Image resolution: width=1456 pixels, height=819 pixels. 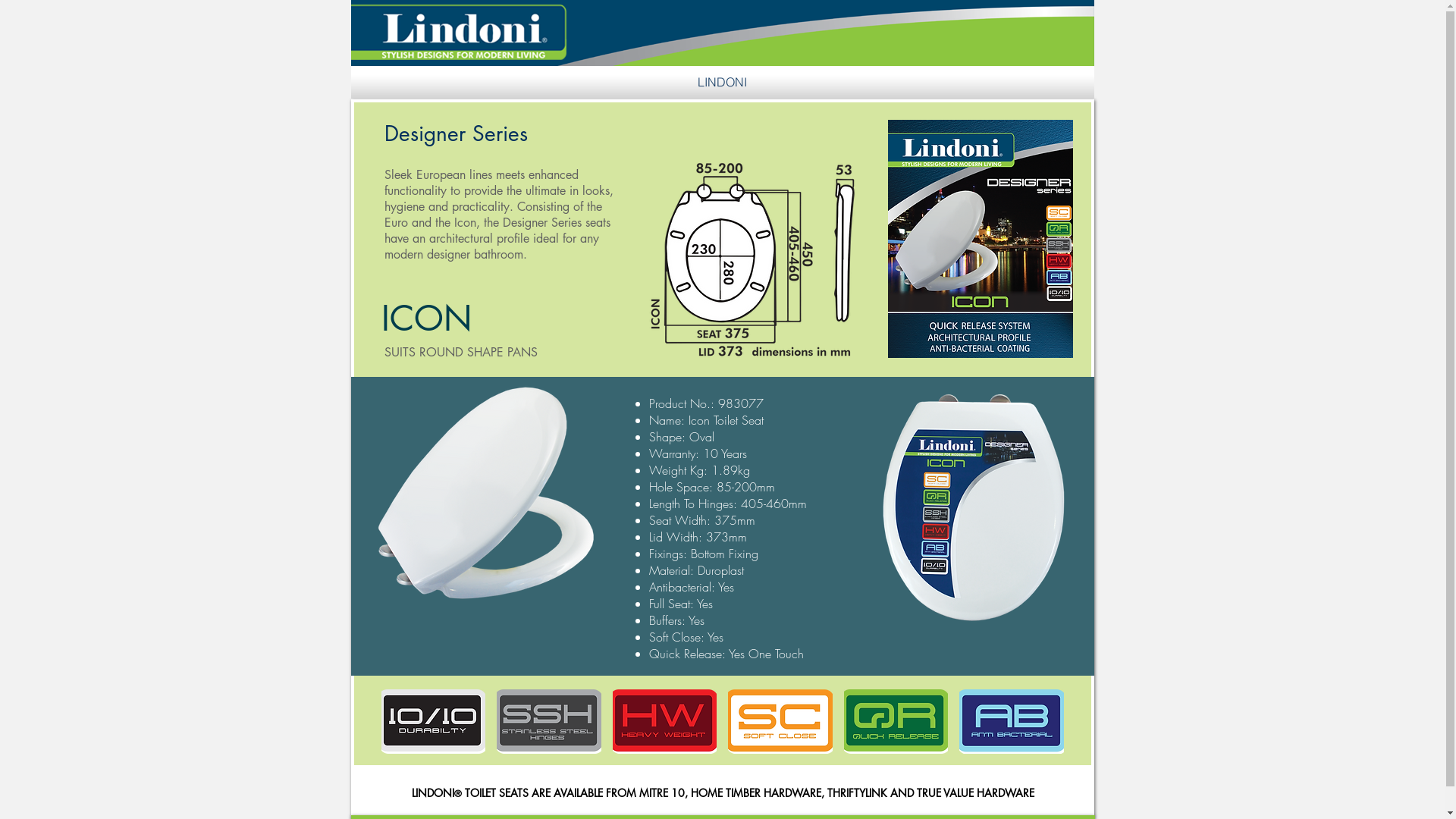 What do you see at coordinates (720, 82) in the screenshot?
I see `'LINDONI'` at bounding box center [720, 82].